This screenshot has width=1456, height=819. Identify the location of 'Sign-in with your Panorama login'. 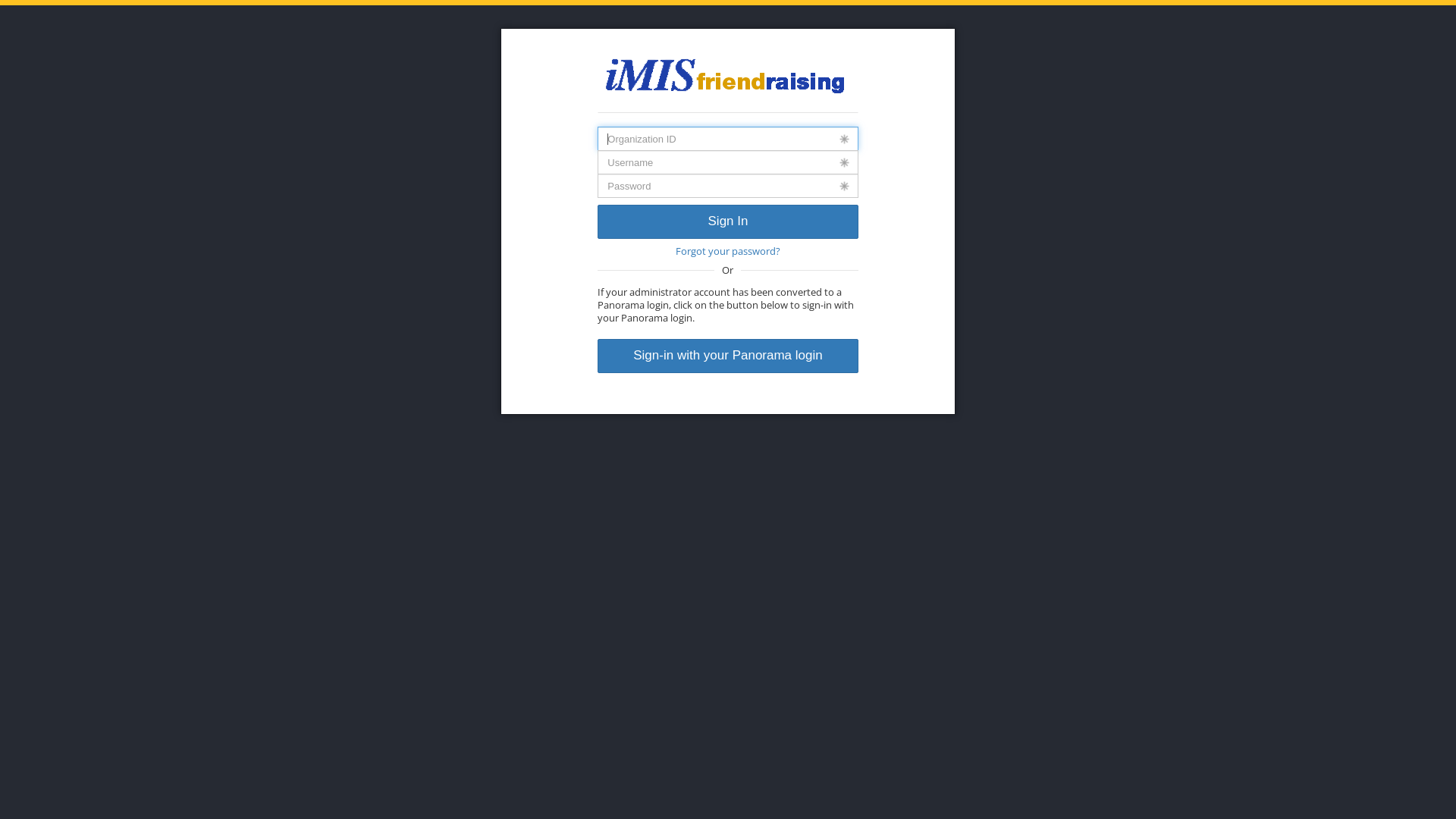
(596, 356).